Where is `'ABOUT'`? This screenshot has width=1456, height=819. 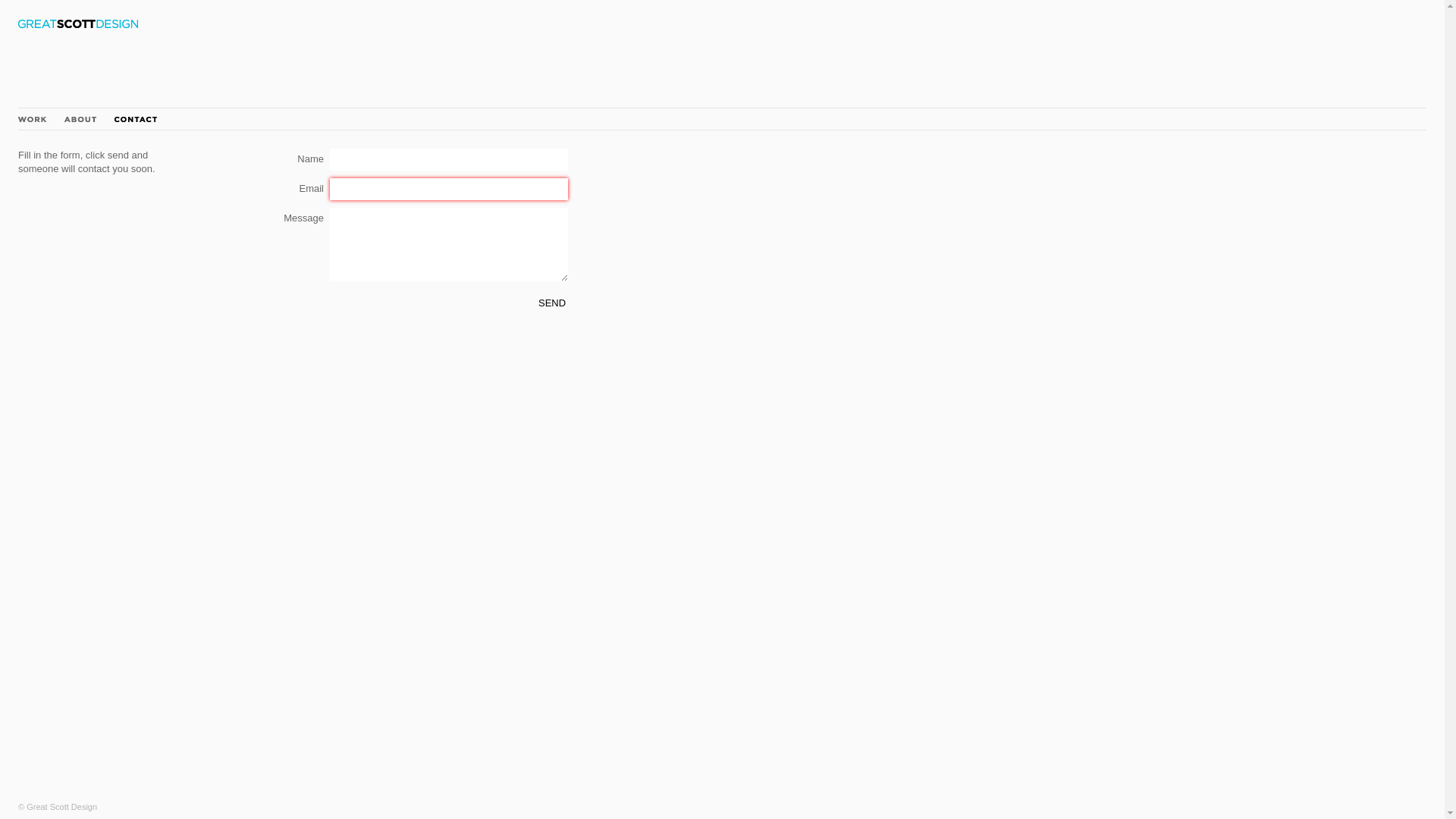 'ABOUT' is located at coordinates (64, 118).